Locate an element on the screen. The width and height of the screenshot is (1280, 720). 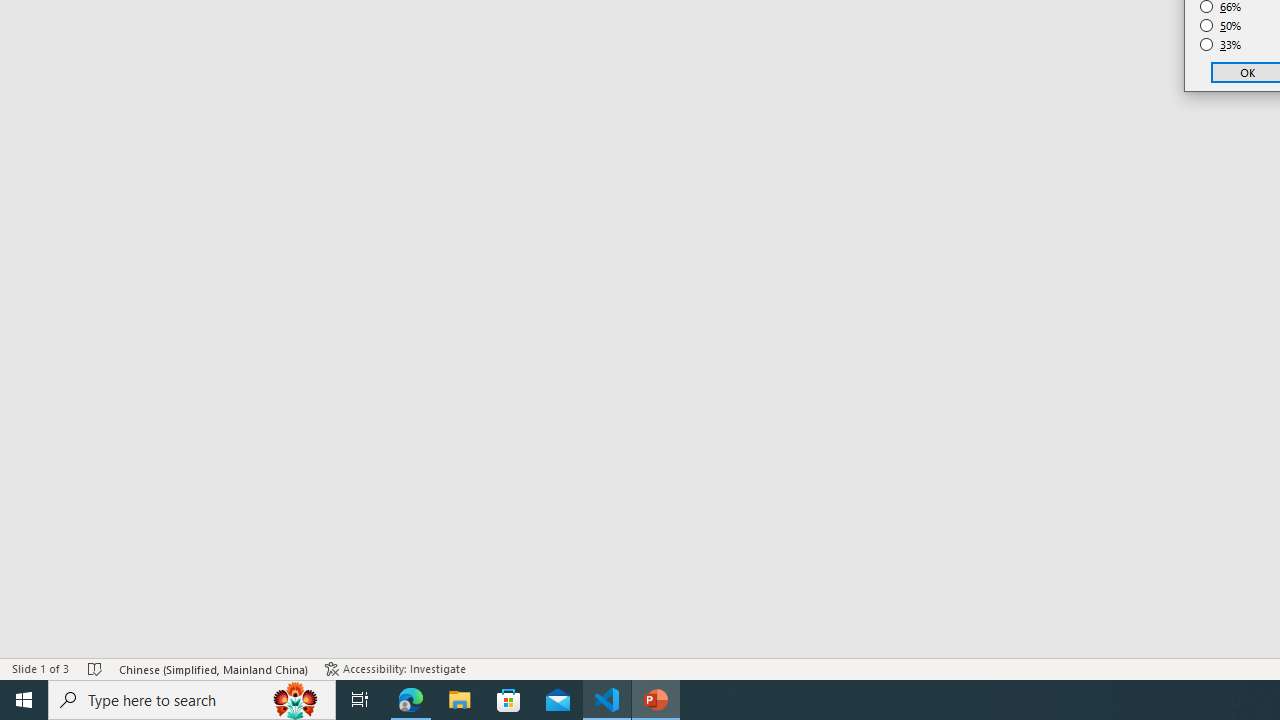
'Task View' is located at coordinates (359, 698).